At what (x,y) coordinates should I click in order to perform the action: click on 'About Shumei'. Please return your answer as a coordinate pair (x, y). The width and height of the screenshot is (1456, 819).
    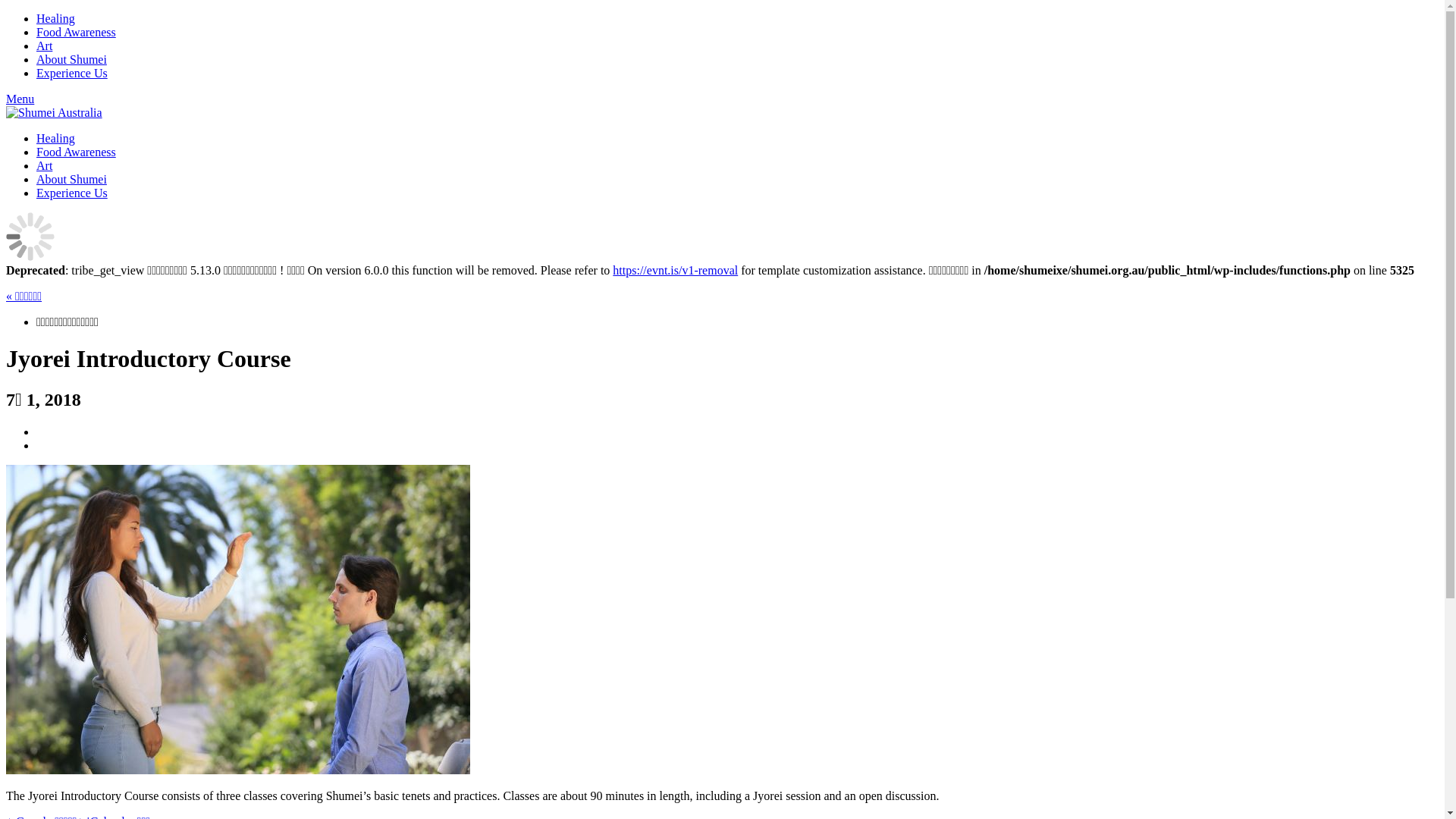
    Looking at the image, I should click on (71, 178).